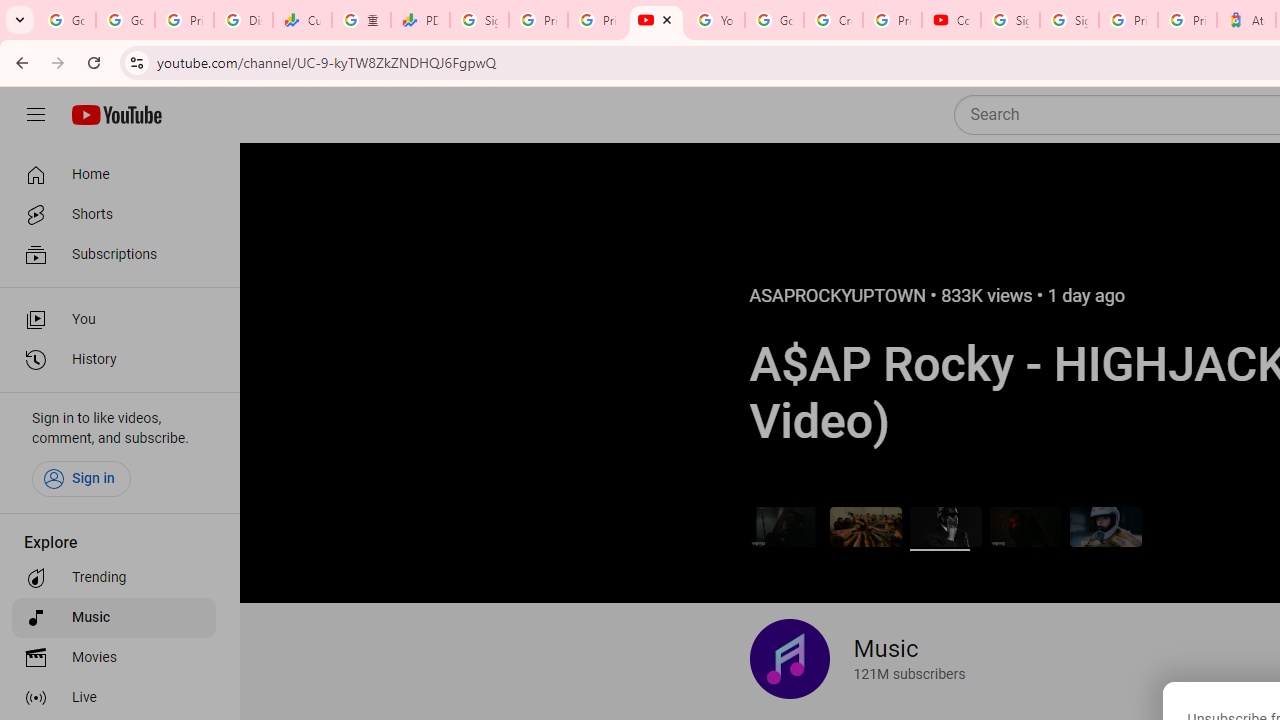 The width and height of the screenshot is (1280, 720). What do you see at coordinates (112, 253) in the screenshot?
I see `'Subscriptions'` at bounding box center [112, 253].